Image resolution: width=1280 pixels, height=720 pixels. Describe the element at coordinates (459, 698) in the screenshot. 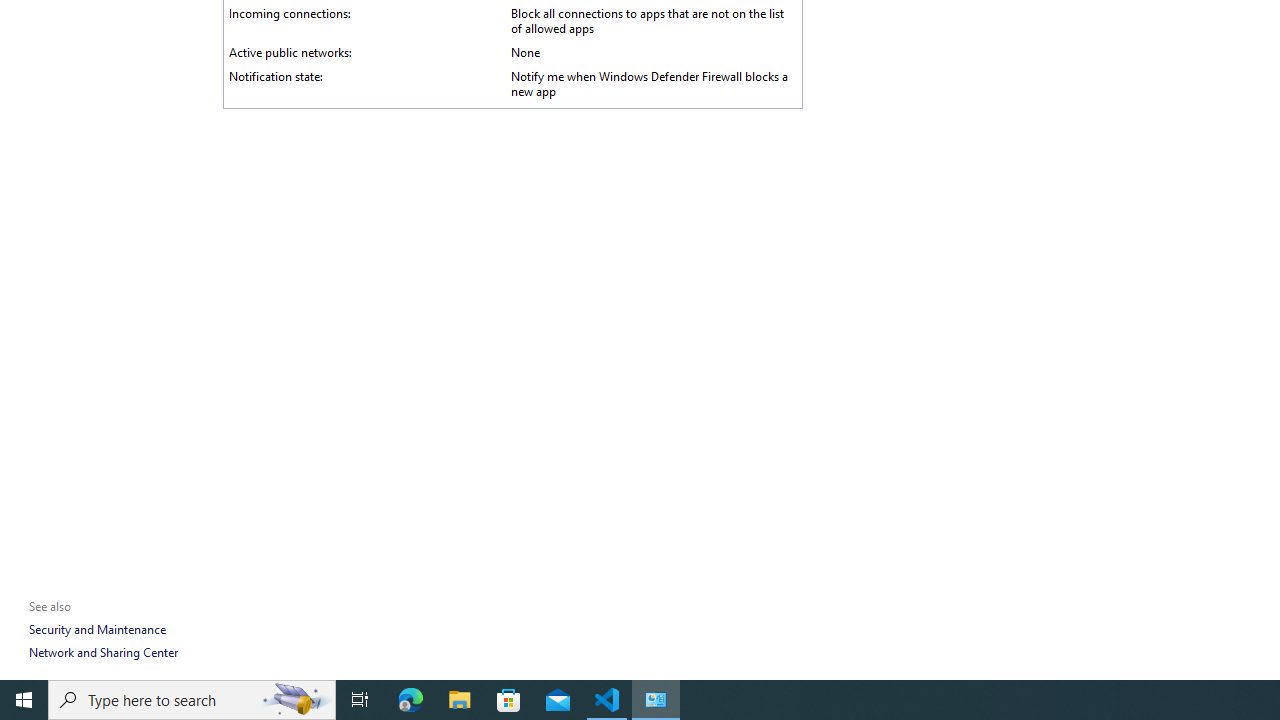

I see `'File Explorer'` at that location.